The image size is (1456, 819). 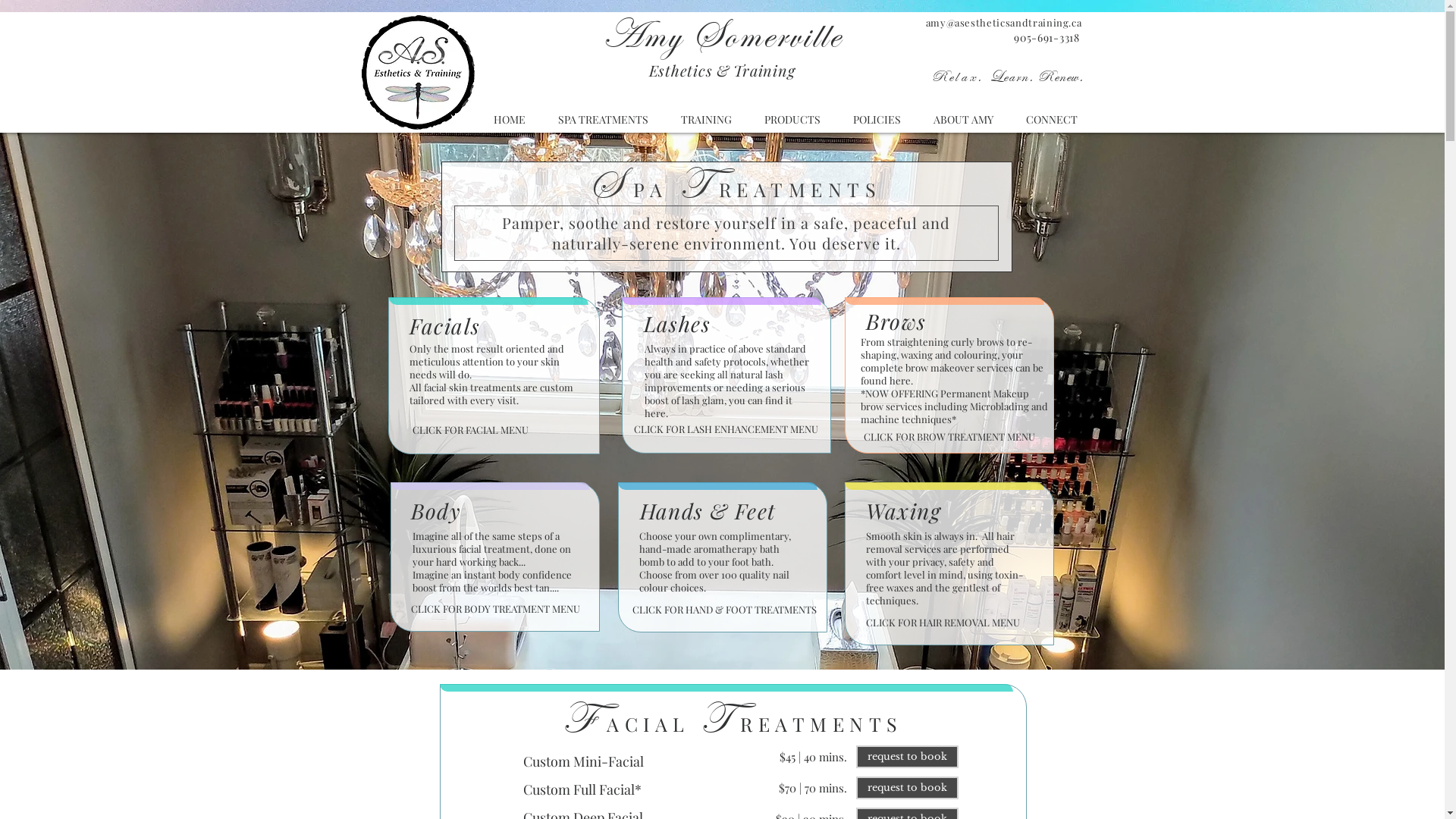 What do you see at coordinates (1004, 22) in the screenshot?
I see `'amy@asestheticsandtraining.ca'` at bounding box center [1004, 22].